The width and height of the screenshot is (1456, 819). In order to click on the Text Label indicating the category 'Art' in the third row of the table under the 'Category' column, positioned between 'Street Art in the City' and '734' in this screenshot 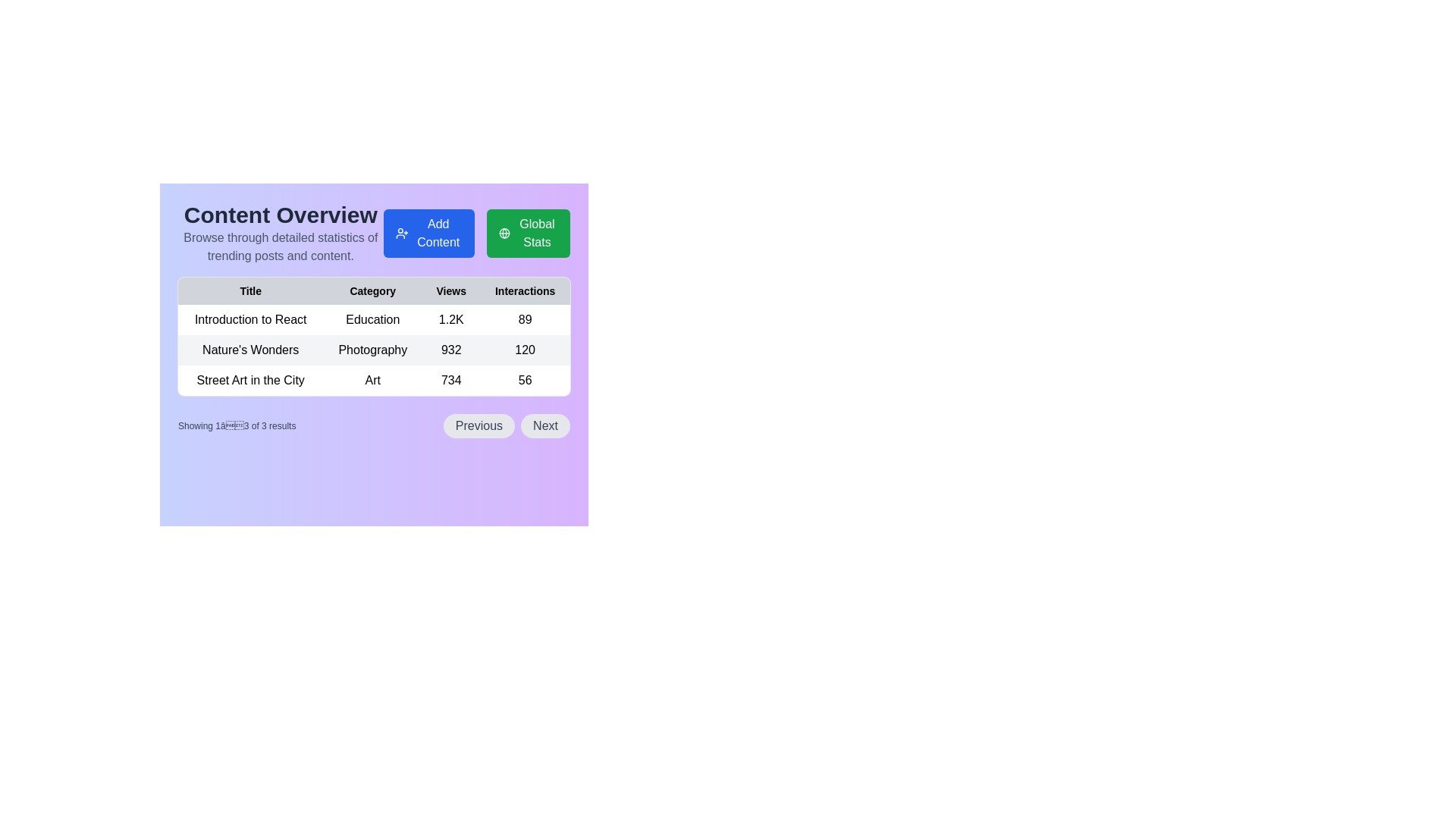, I will do `click(374, 379)`.